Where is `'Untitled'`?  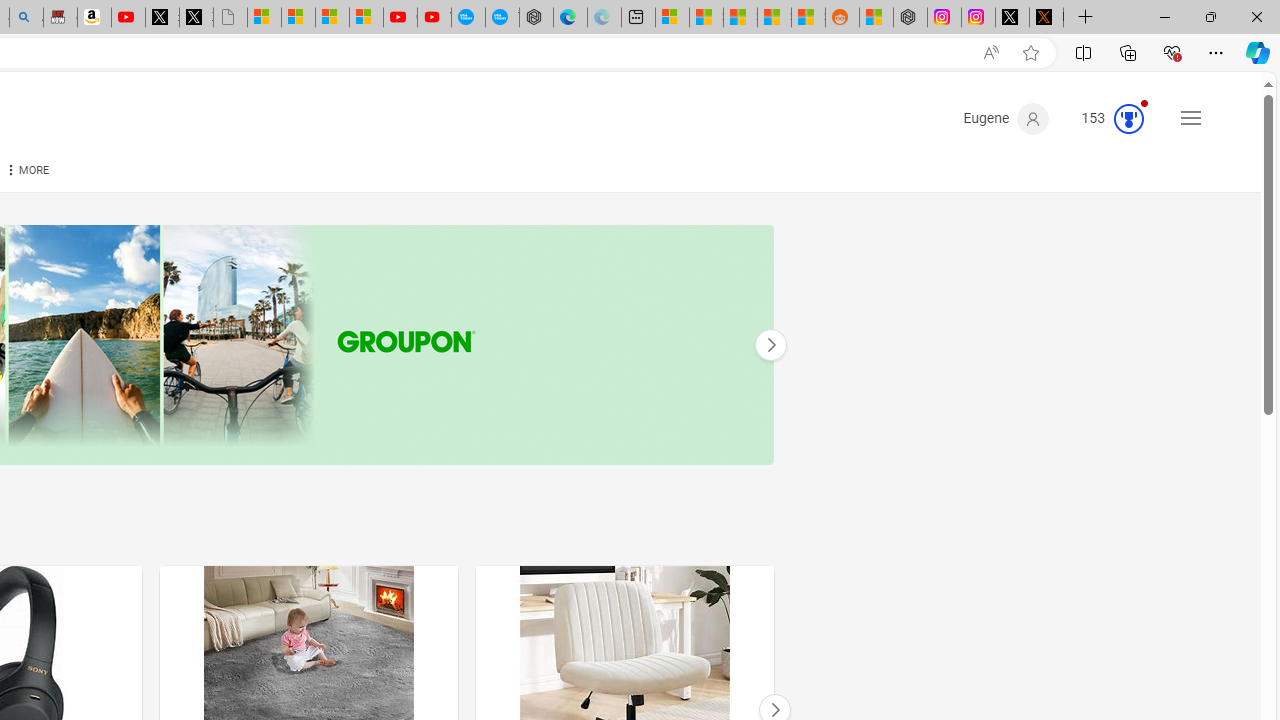
'Untitled' is located at coordinates (230, 17).